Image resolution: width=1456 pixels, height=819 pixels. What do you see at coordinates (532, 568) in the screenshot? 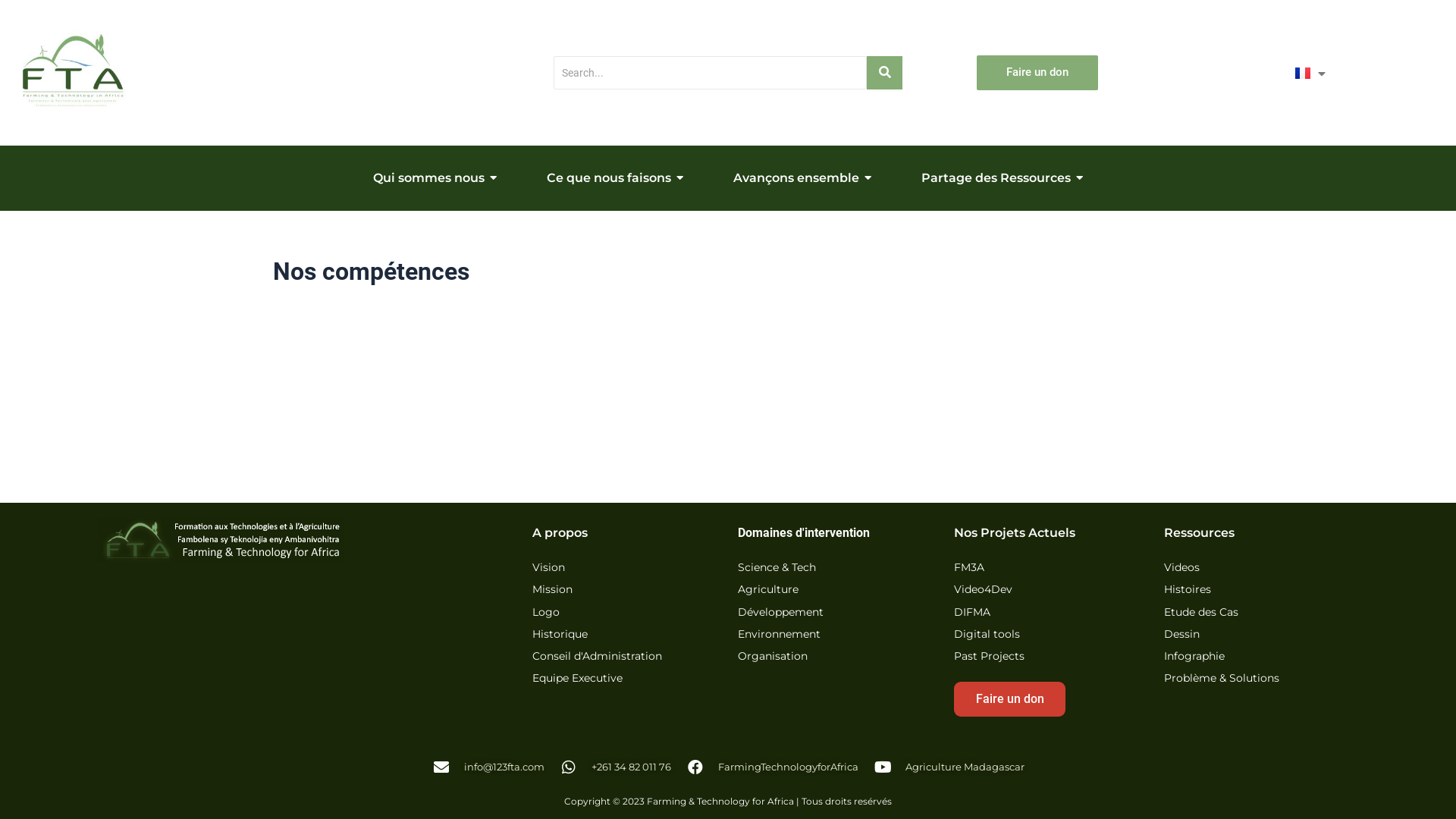
I see `'Vision'` at bounding box center [532, 568].